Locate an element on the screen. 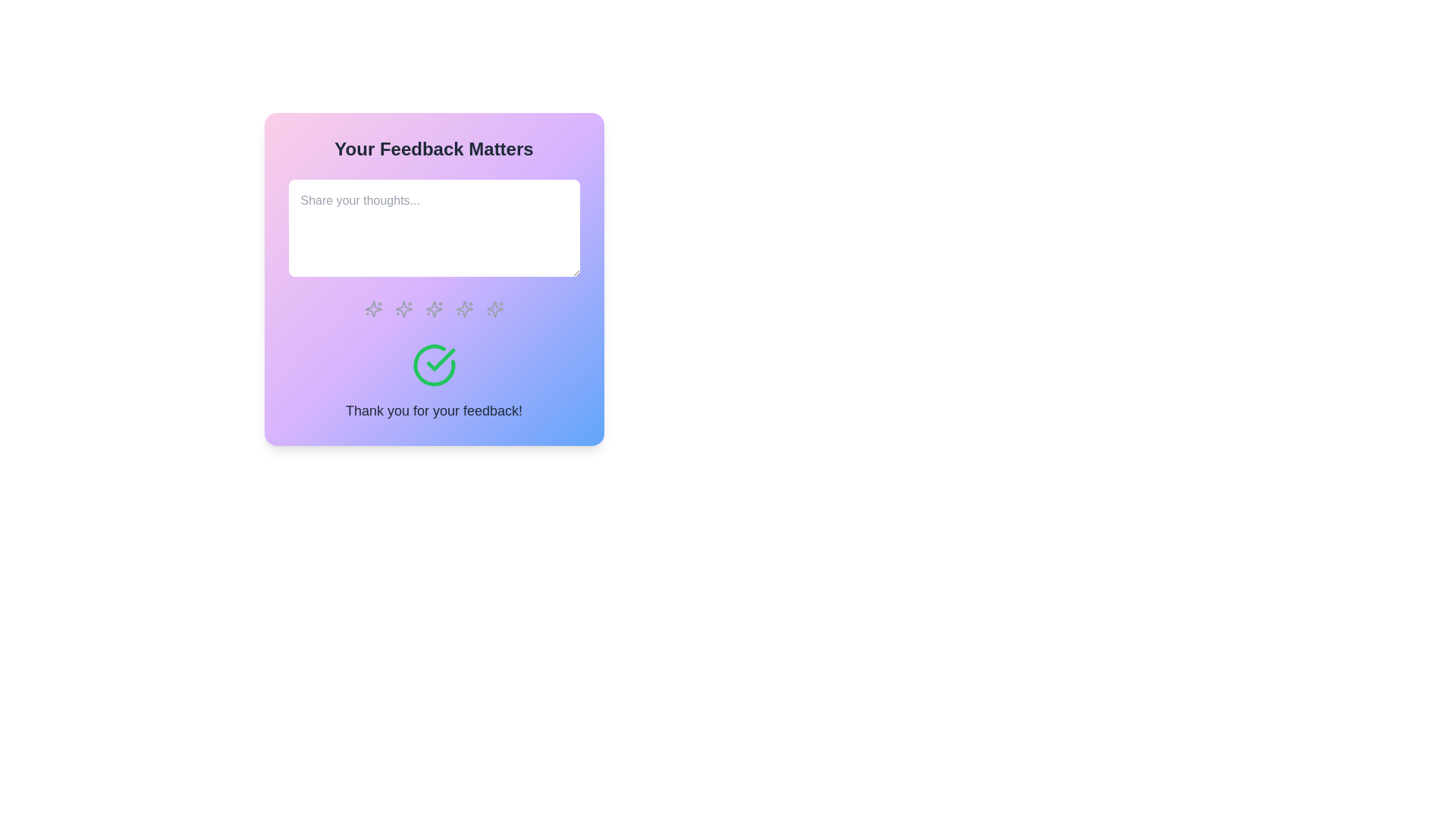 Image resolution: width=1456 pixels, height=819 pixels. the decorative icon, which is the fourth in a horizontal group located at the center bottom of the card interface beneath the 'Share your thoughts...' text input box is located at coordinates (433, 309).